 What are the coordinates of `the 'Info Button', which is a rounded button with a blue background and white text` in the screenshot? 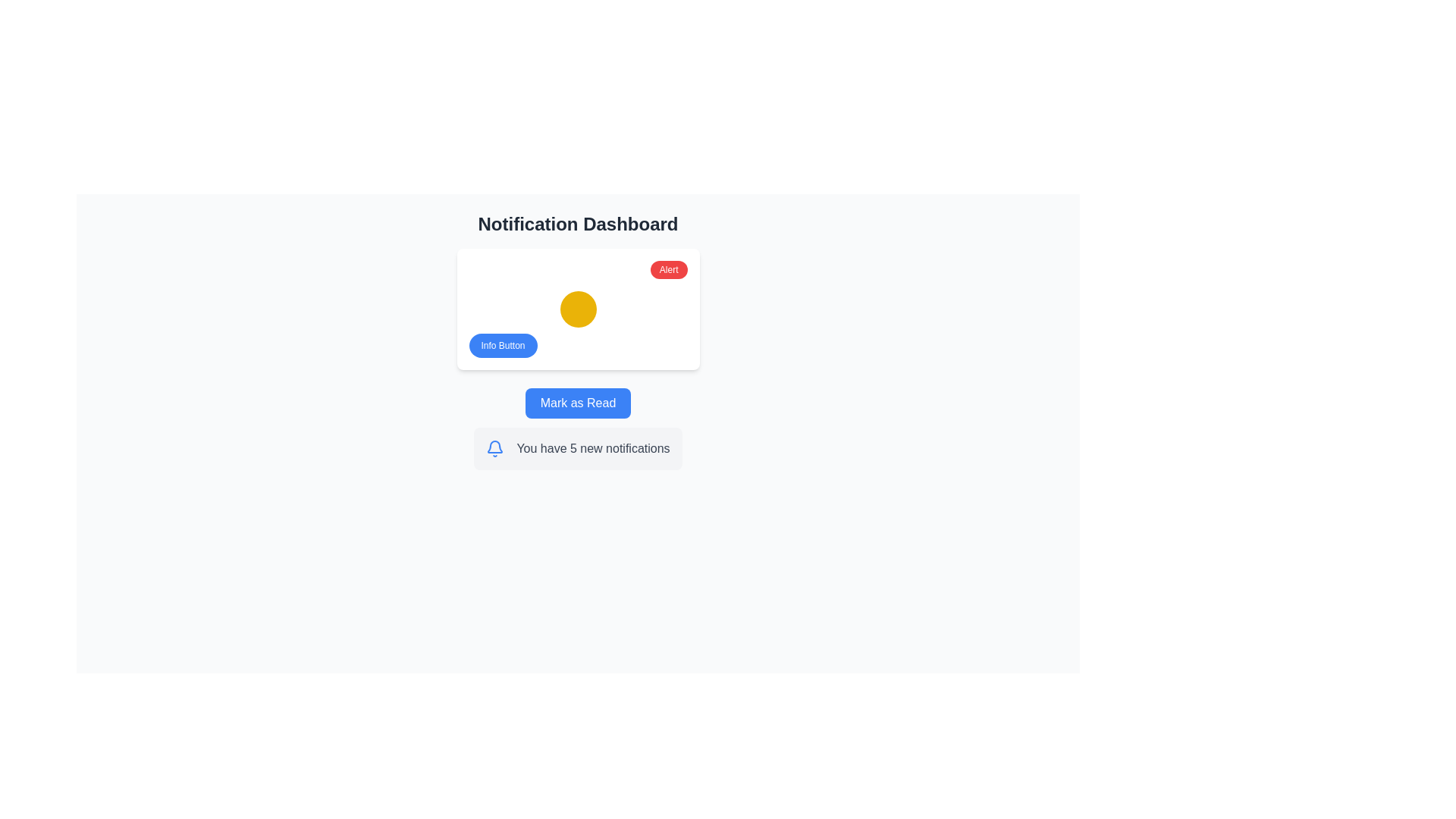 It's located at (503, 345).